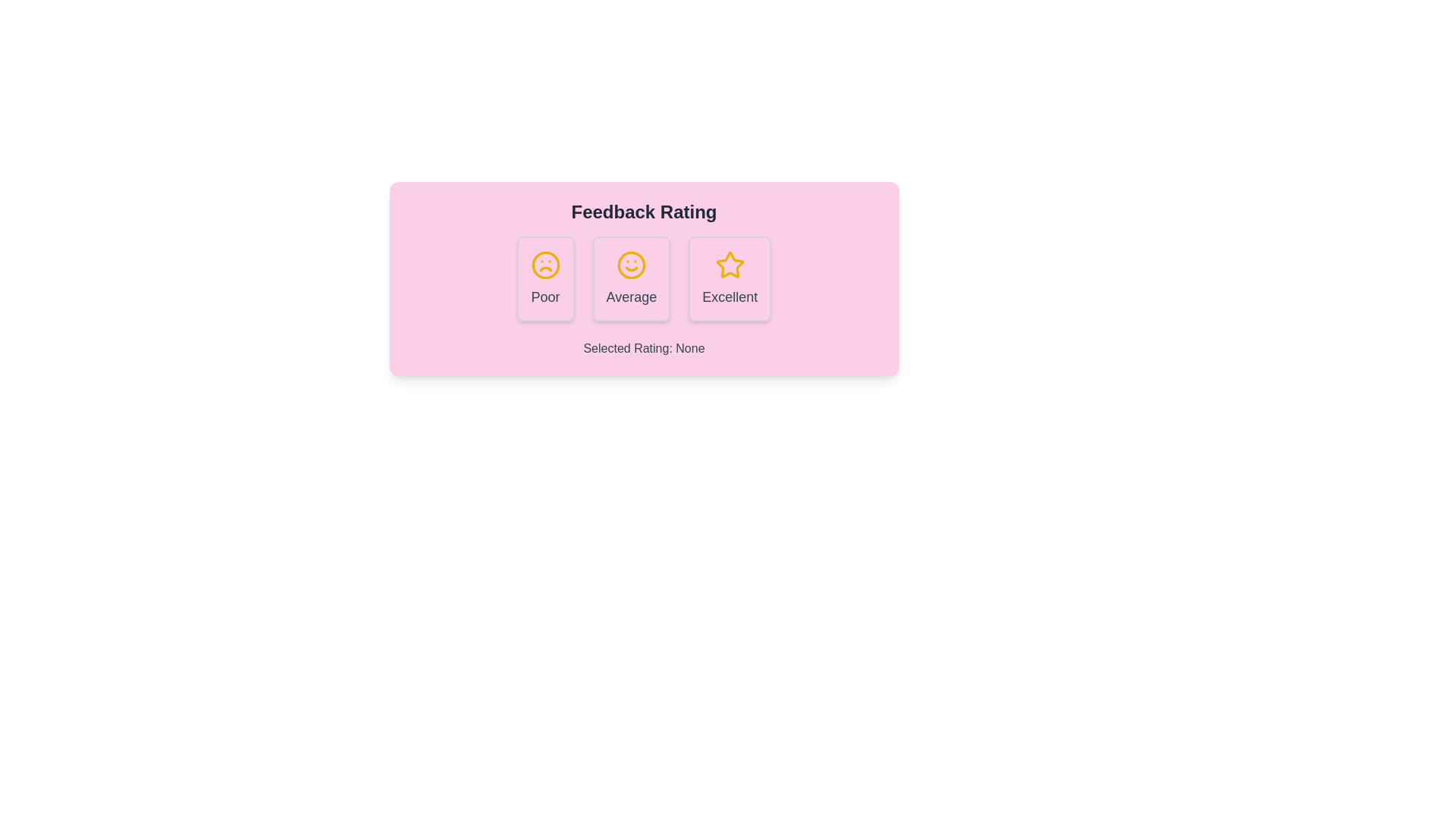  I want to click on the 'Average' button styled as a selectable card in the feedback rating system, so click(631, 278).